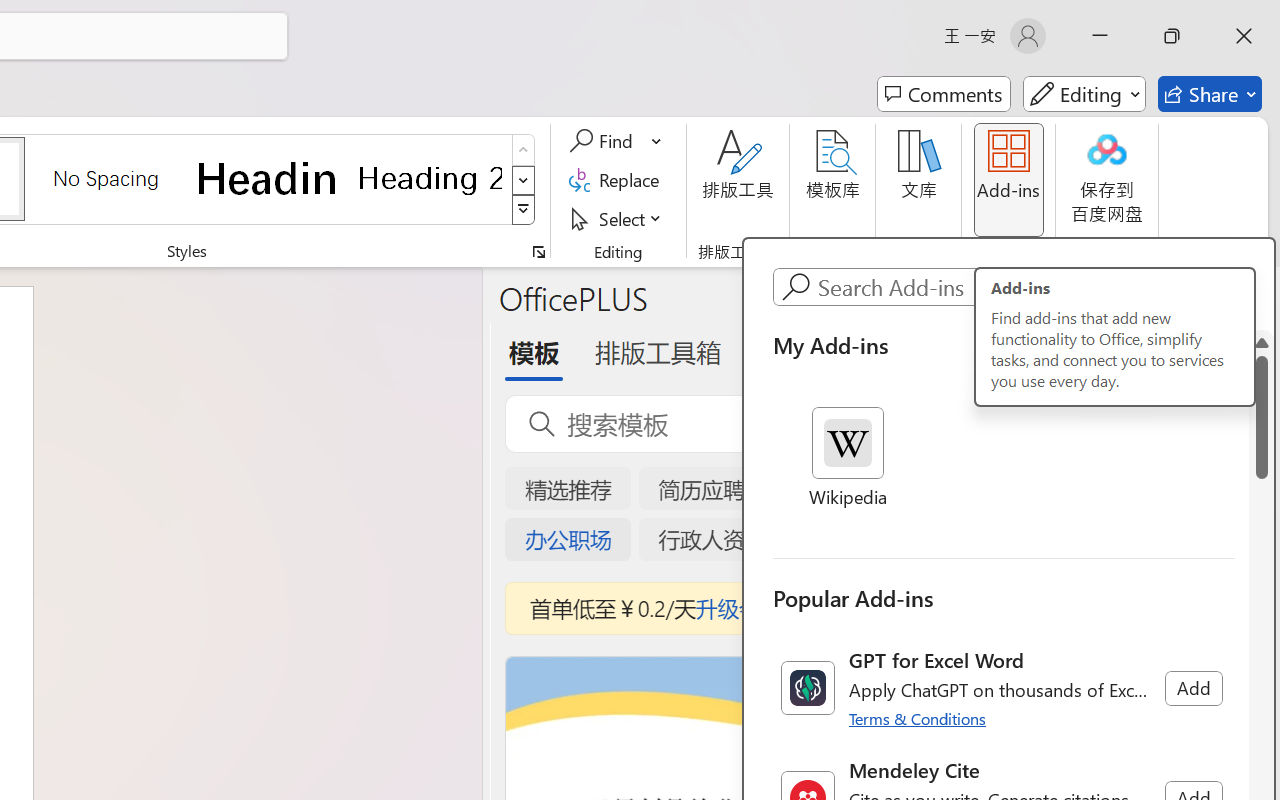  Describe the element at coordinates (616, 179) in the screenshot. I see `'Replace...'` at that location.